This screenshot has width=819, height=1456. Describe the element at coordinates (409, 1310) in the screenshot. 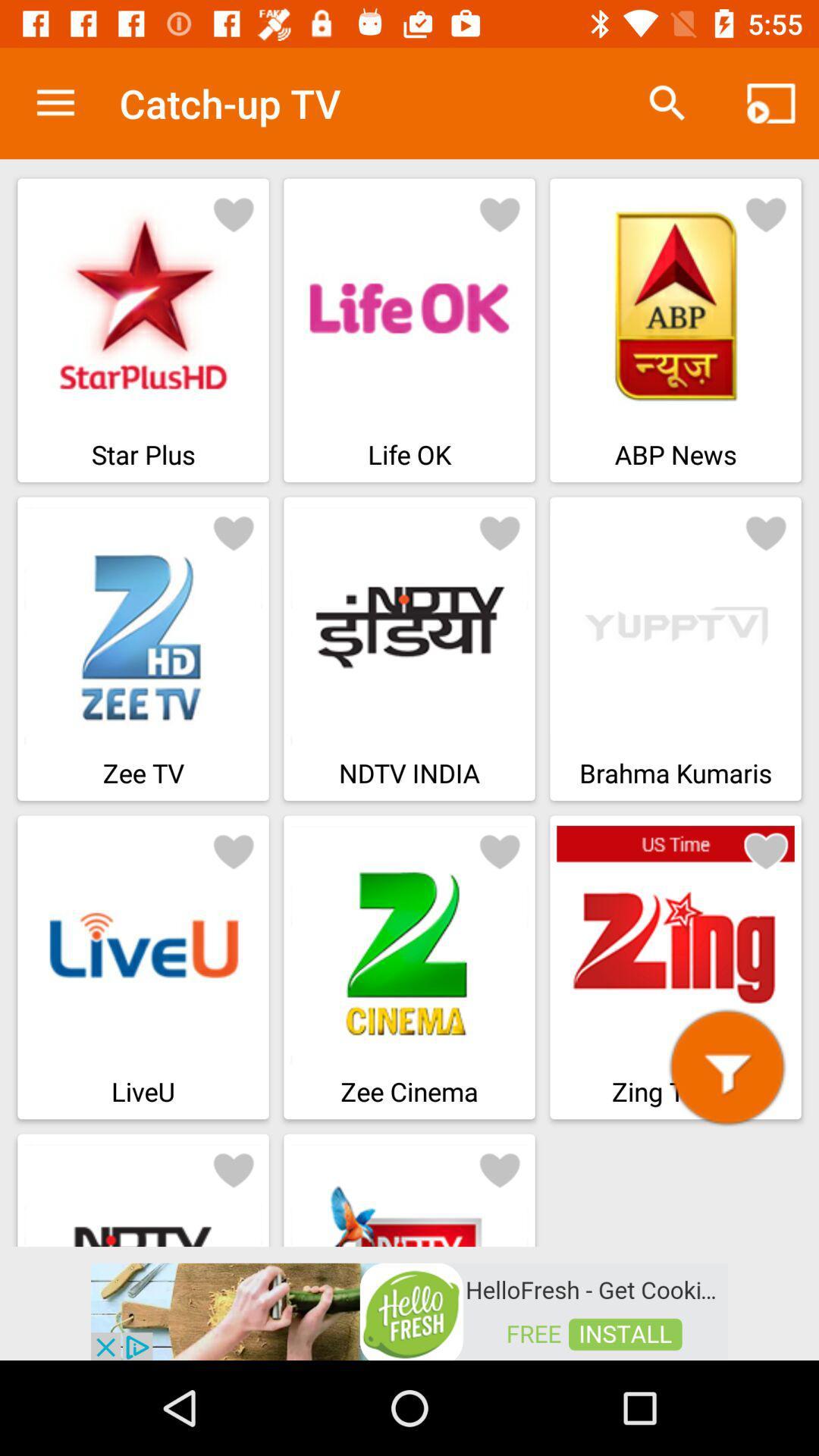

I see `advertisement page` at that location.